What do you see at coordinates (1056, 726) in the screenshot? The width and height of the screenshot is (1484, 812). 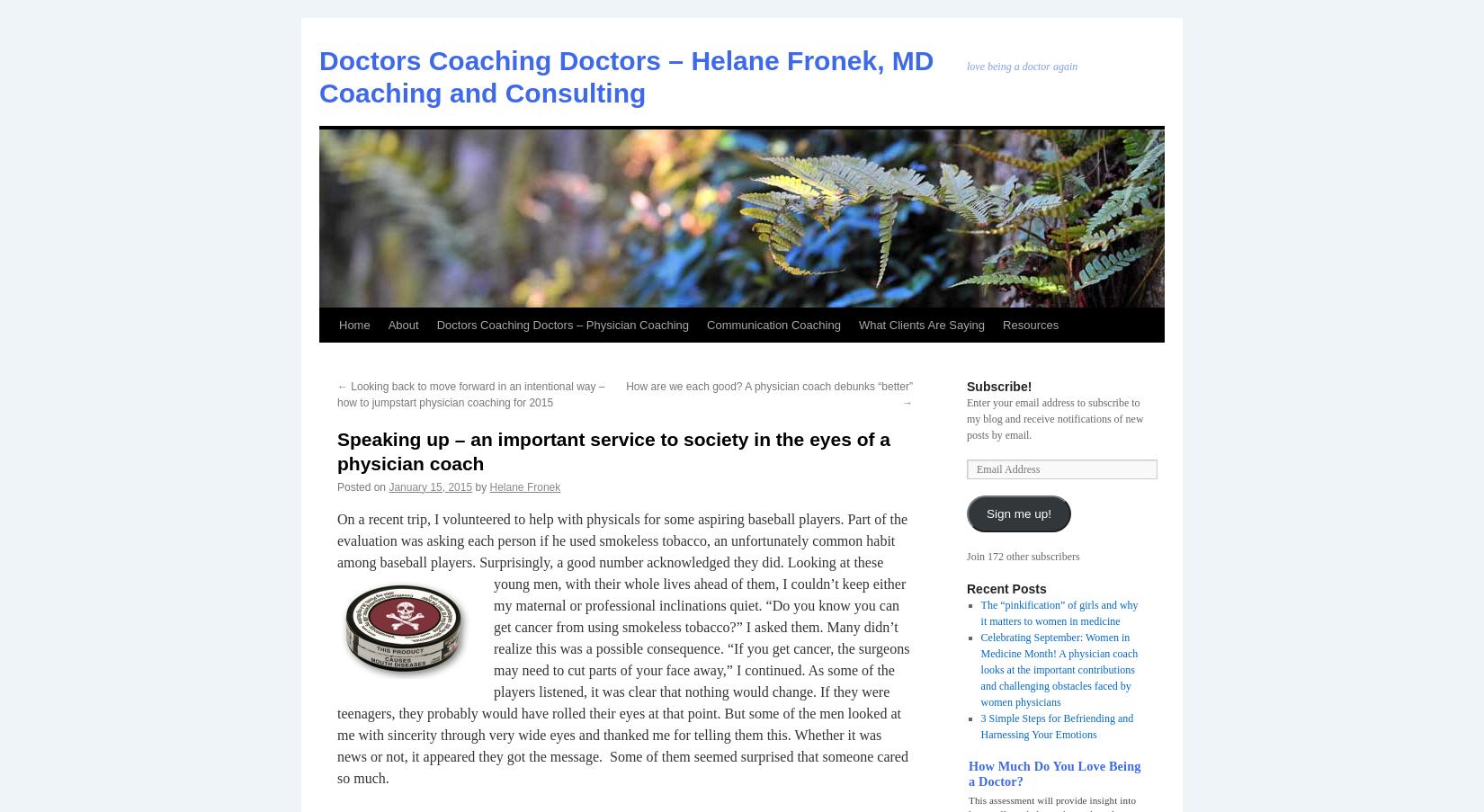 I see `'3 Simple Steps for Befriending and Harnessing Your Emotions'` at bounding box center [1056, 726].